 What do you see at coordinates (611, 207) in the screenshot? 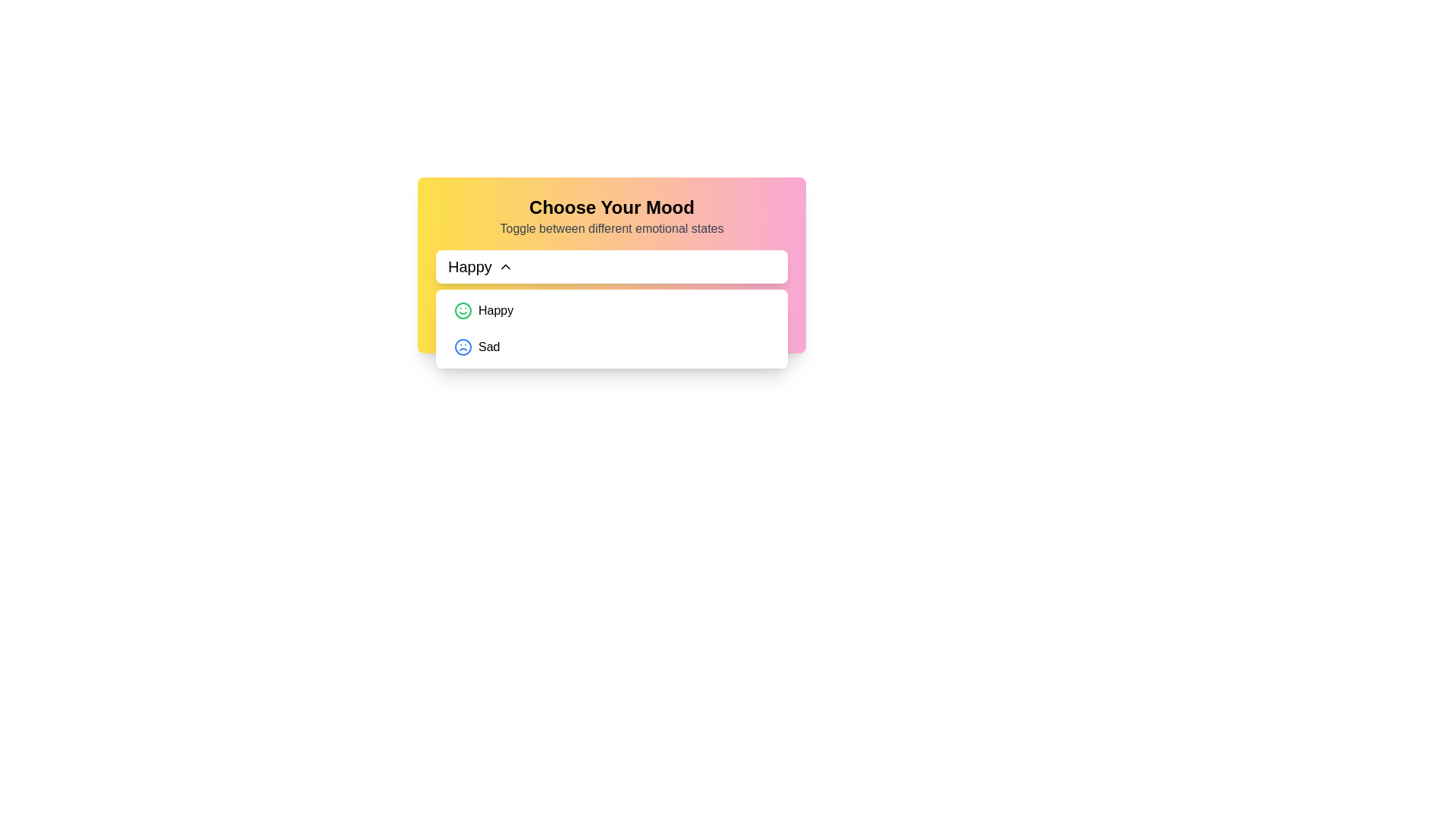
I see `the Header text element displaying 'Choose Your Mood', which is prominently bold and centered within a vibrant gradient background` at bounding box center [611, 207].